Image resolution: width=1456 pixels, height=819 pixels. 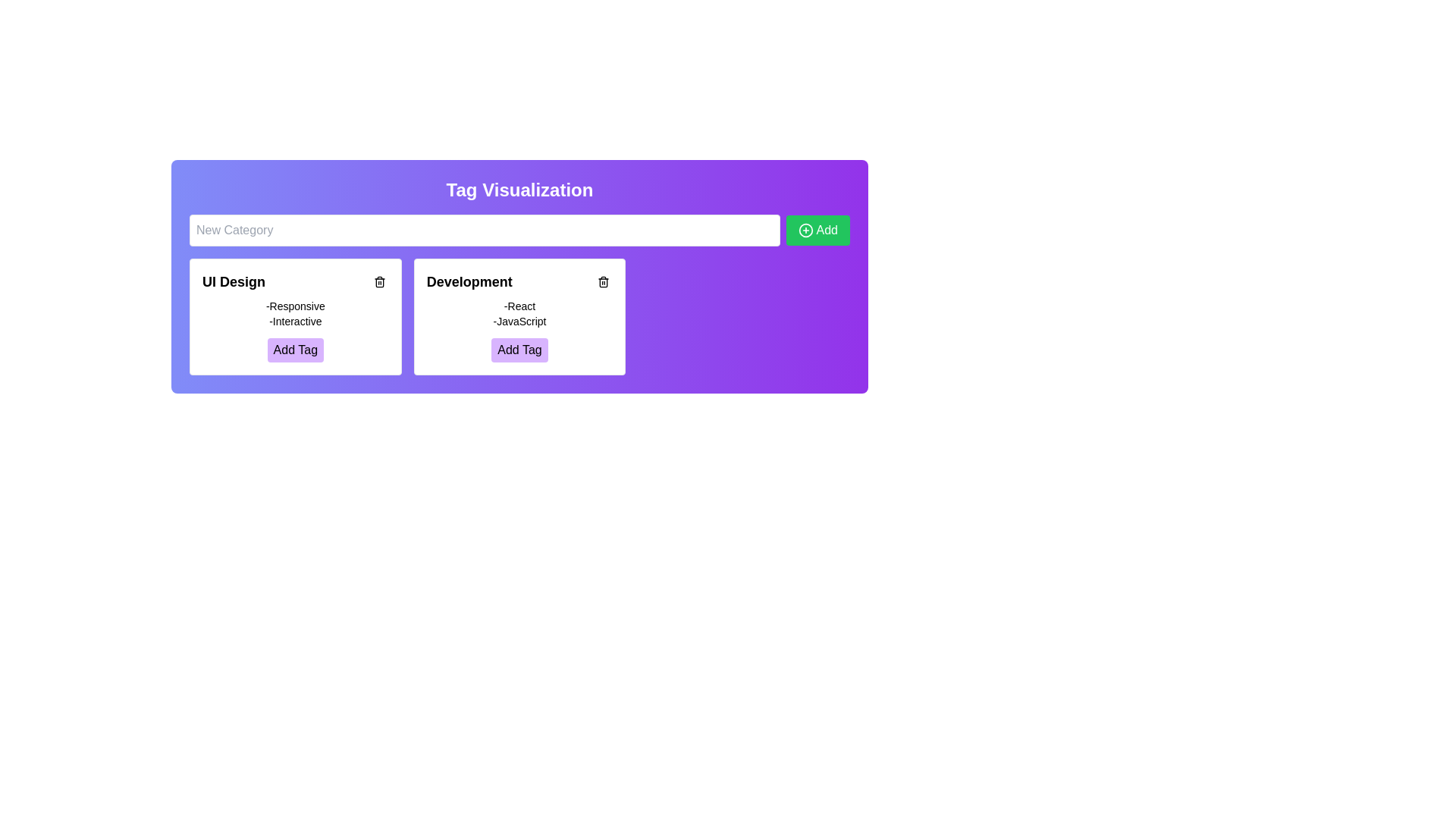 I want to click on the trash can icon button located to the right of the 'UI Design' title, so click(x=379, y=281).